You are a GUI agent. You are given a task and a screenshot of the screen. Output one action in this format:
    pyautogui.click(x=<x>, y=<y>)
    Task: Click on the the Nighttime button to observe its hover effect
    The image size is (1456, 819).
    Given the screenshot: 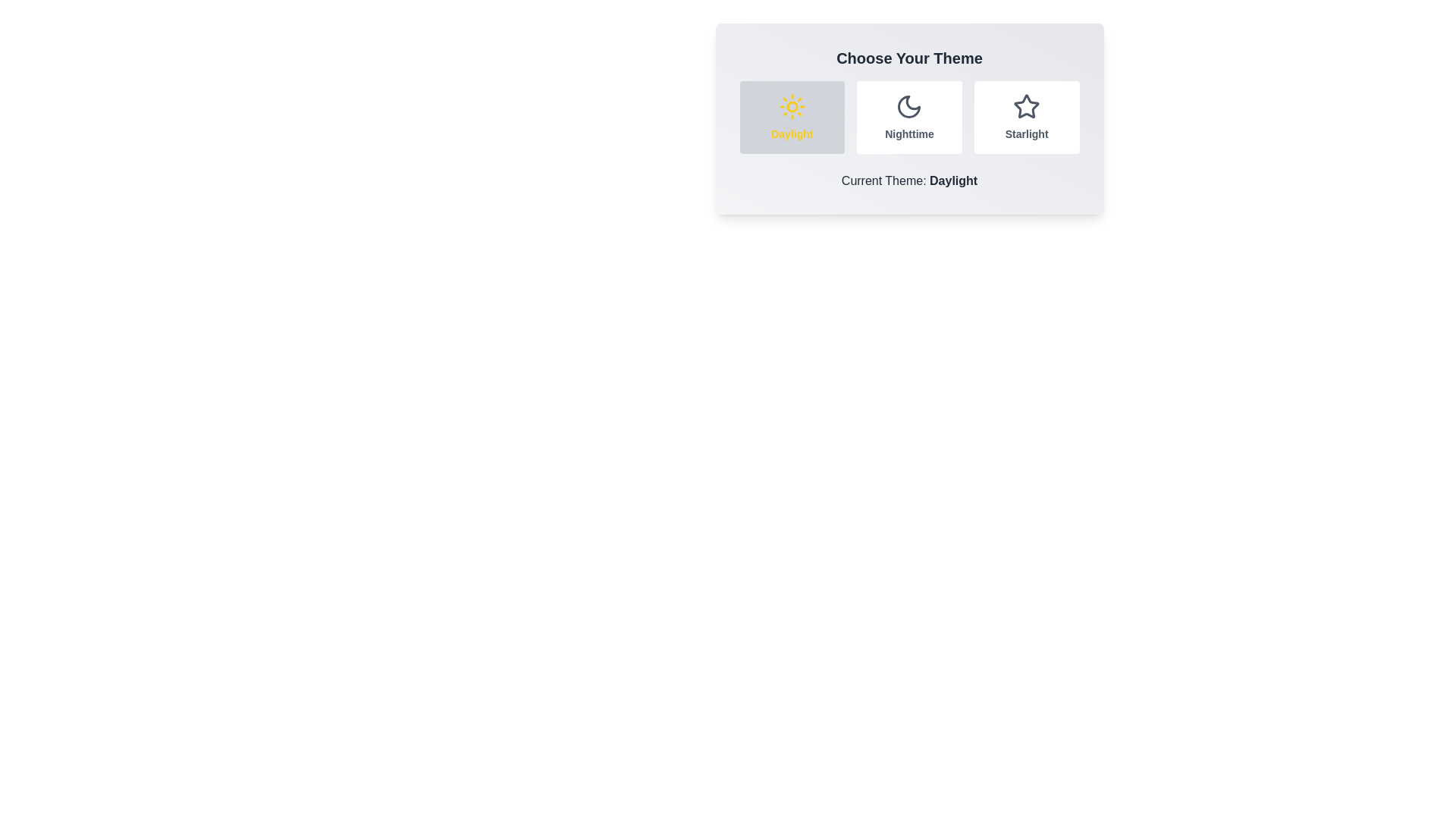 What is the action you would take?
    pyautogui.click(x=909, y=116)
    